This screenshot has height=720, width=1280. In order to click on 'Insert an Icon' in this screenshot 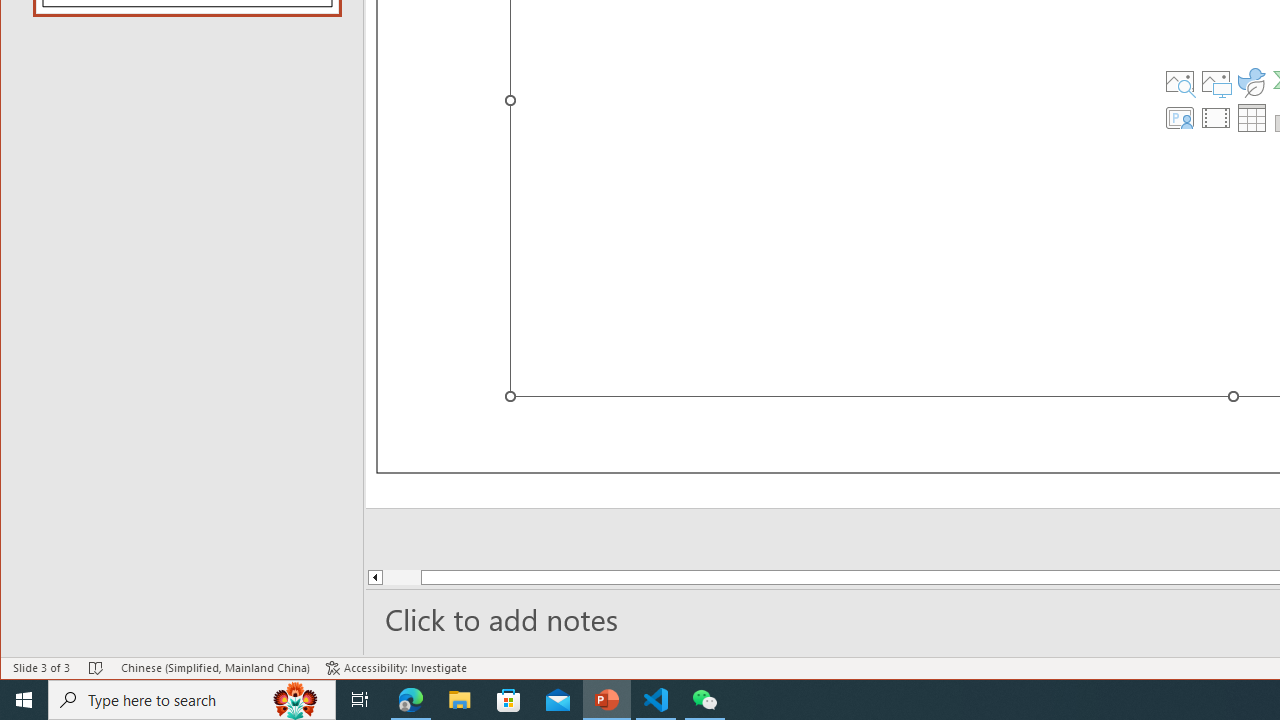, I will do `click(1251, 81)`.